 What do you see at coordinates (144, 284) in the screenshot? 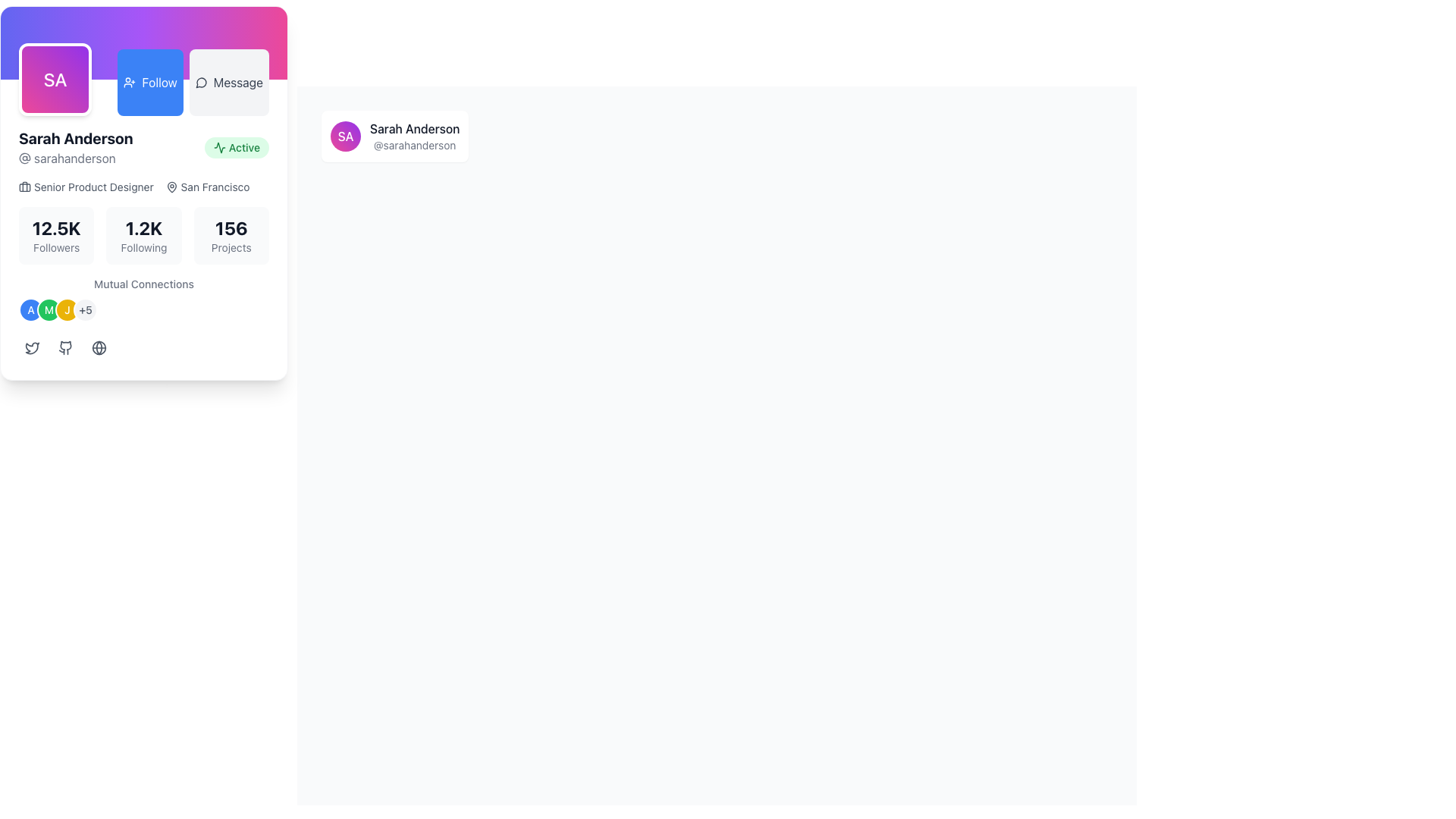
I see `the non-interactive text label that provides context for the mutual connection information, located above the circular avatar icons and below the numeric statistics` at bounding box center [144, 284].